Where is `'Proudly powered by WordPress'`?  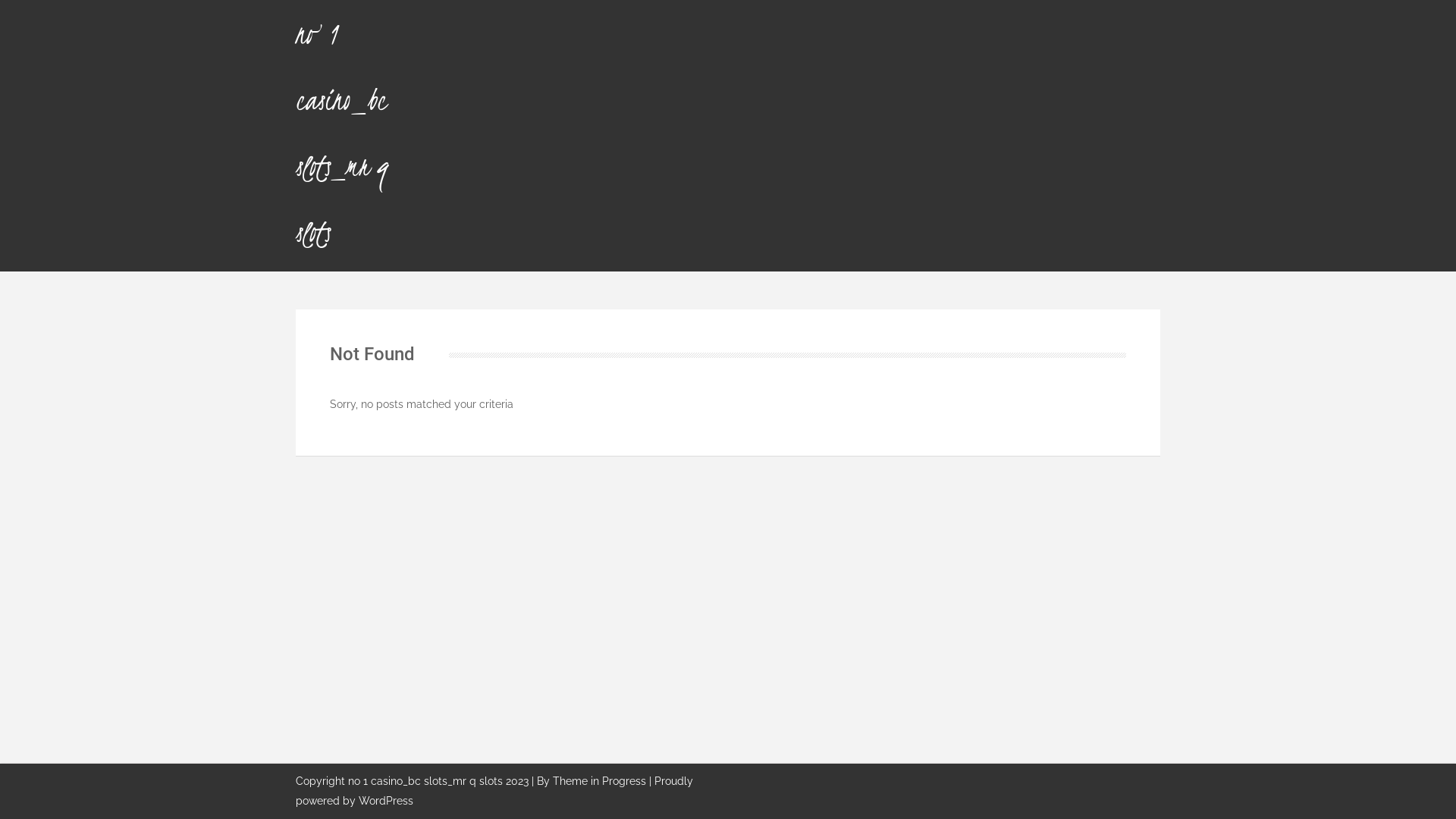 'Proudly powered by WordPress' is located at coordinates (494, 790).